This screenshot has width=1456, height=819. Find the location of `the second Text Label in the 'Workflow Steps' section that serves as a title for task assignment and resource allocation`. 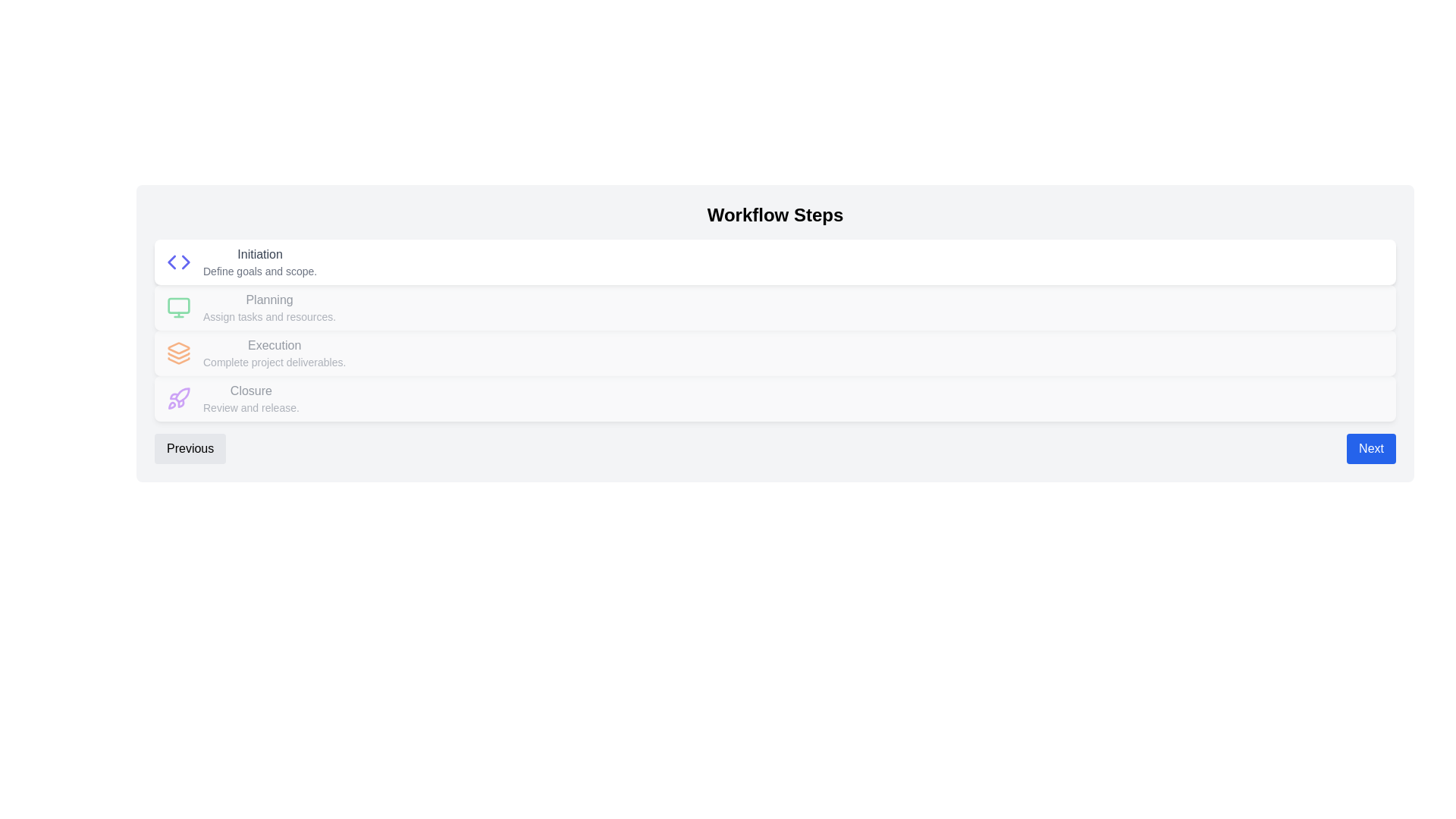

the second Text Label in the 'Workflow Steps' section that serves as a title for task assignment and resource allocation is located at coordinates (269, 300).